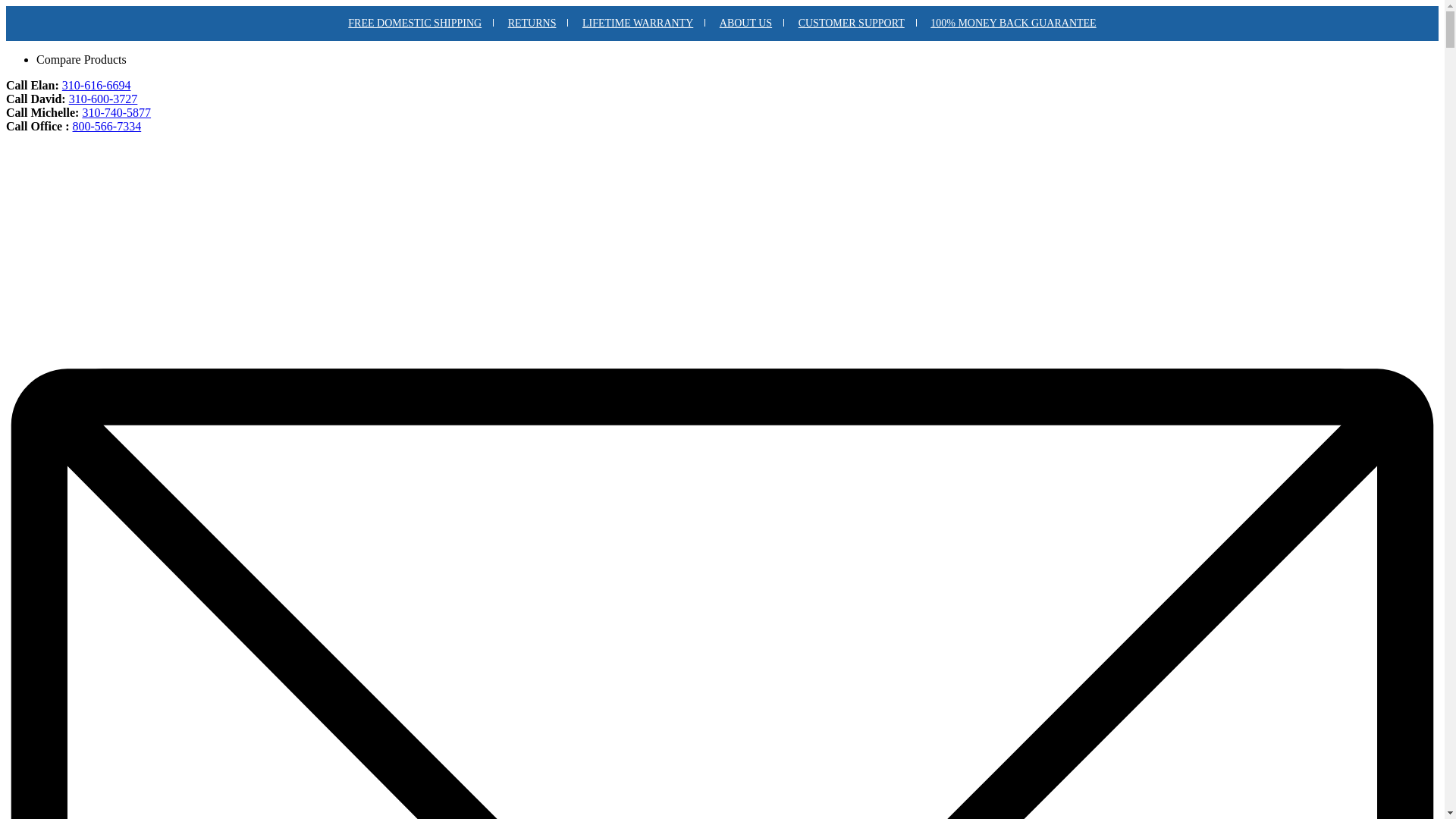 Image resolution: width=1456 pixels, height=819 pixels. What do you see at coordinates (106, 125) in the screenshot?
I see `'800-566-7334'` at bounding box center [106, 125].